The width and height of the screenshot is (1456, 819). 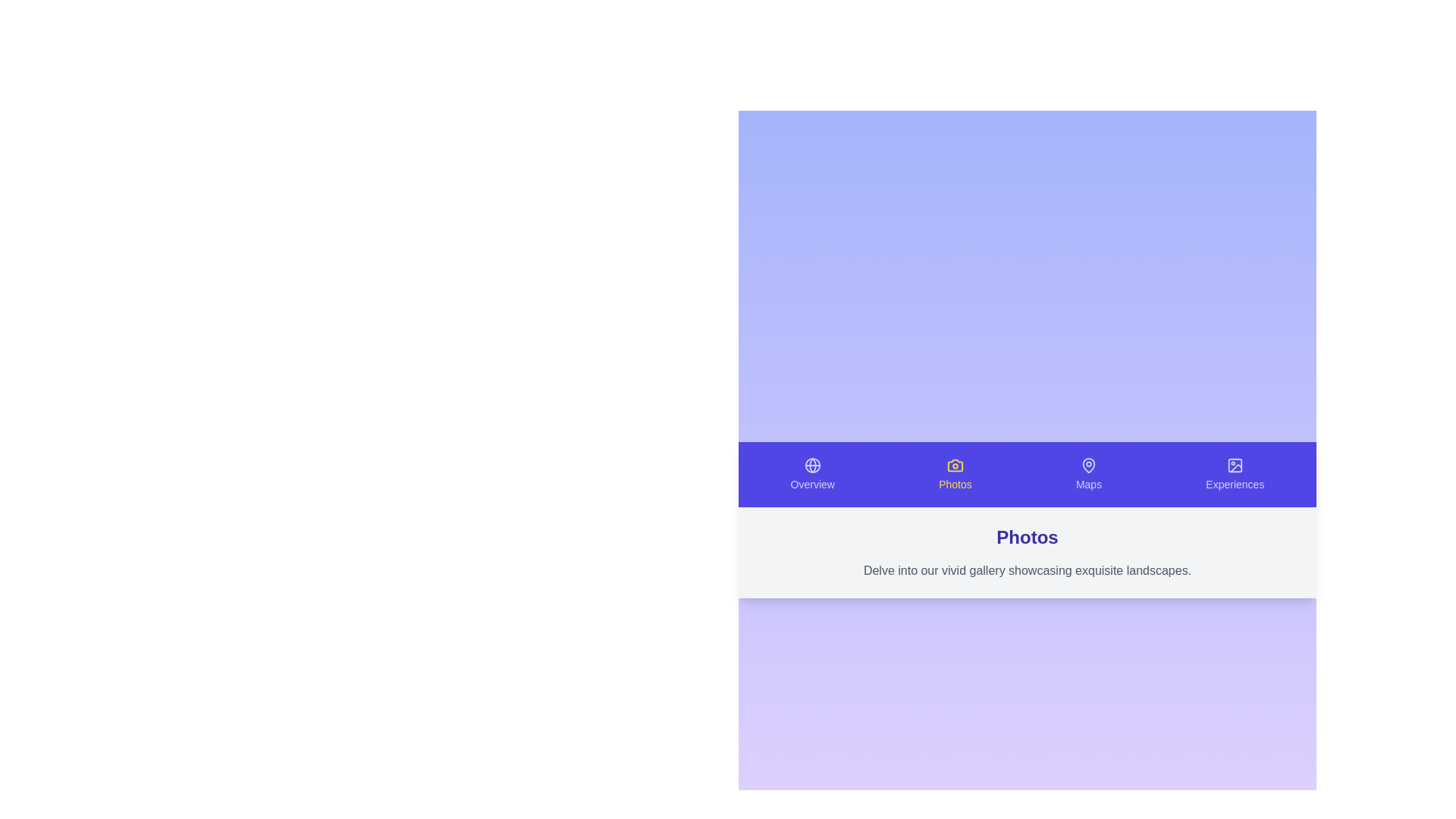 What do you see at coordinates (1235, 473) in the screenshot?
I see `the tab labeled Experiences` at bounding box center [1235, 473].